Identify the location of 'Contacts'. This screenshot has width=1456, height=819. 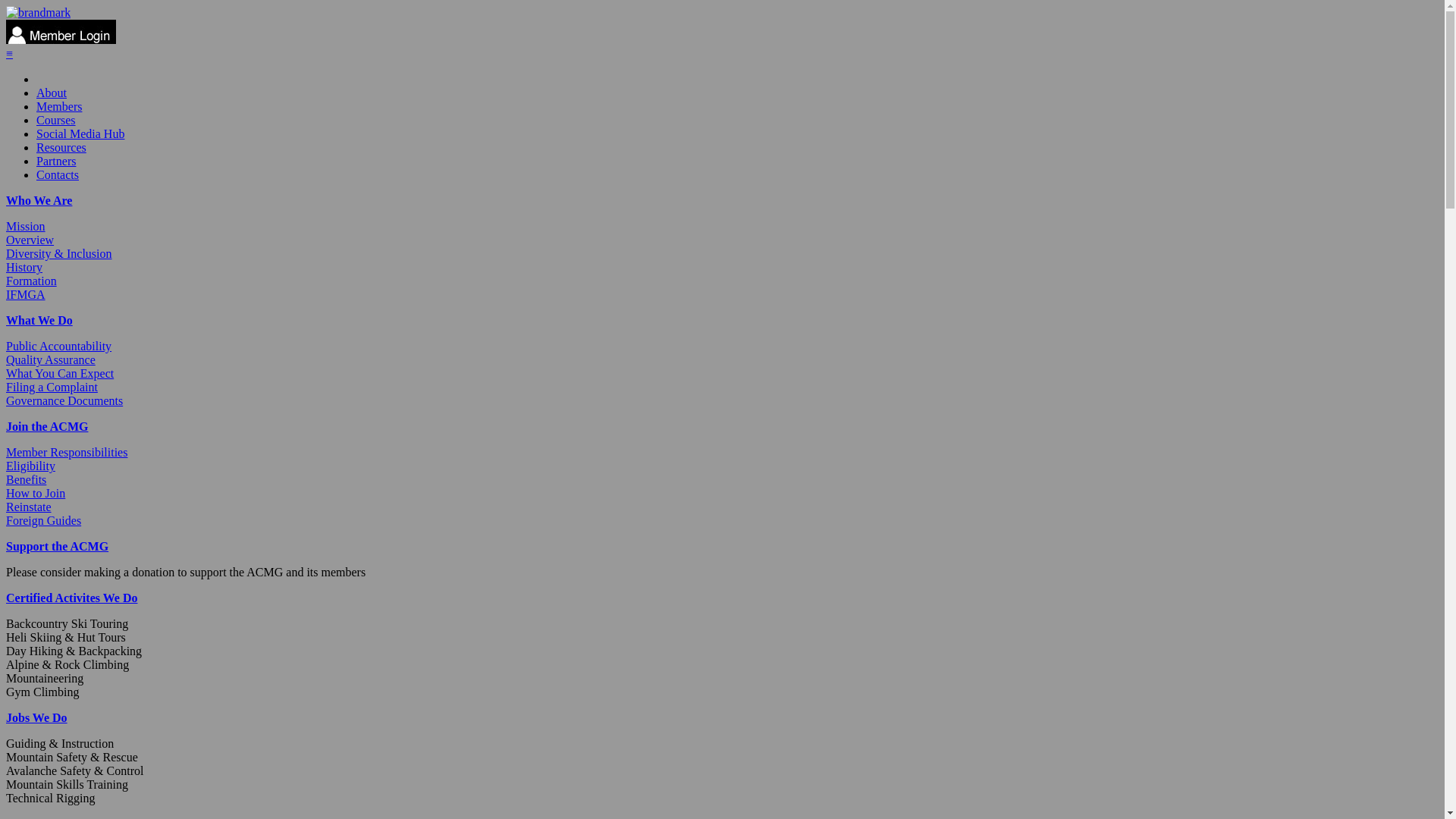
(36, 174).